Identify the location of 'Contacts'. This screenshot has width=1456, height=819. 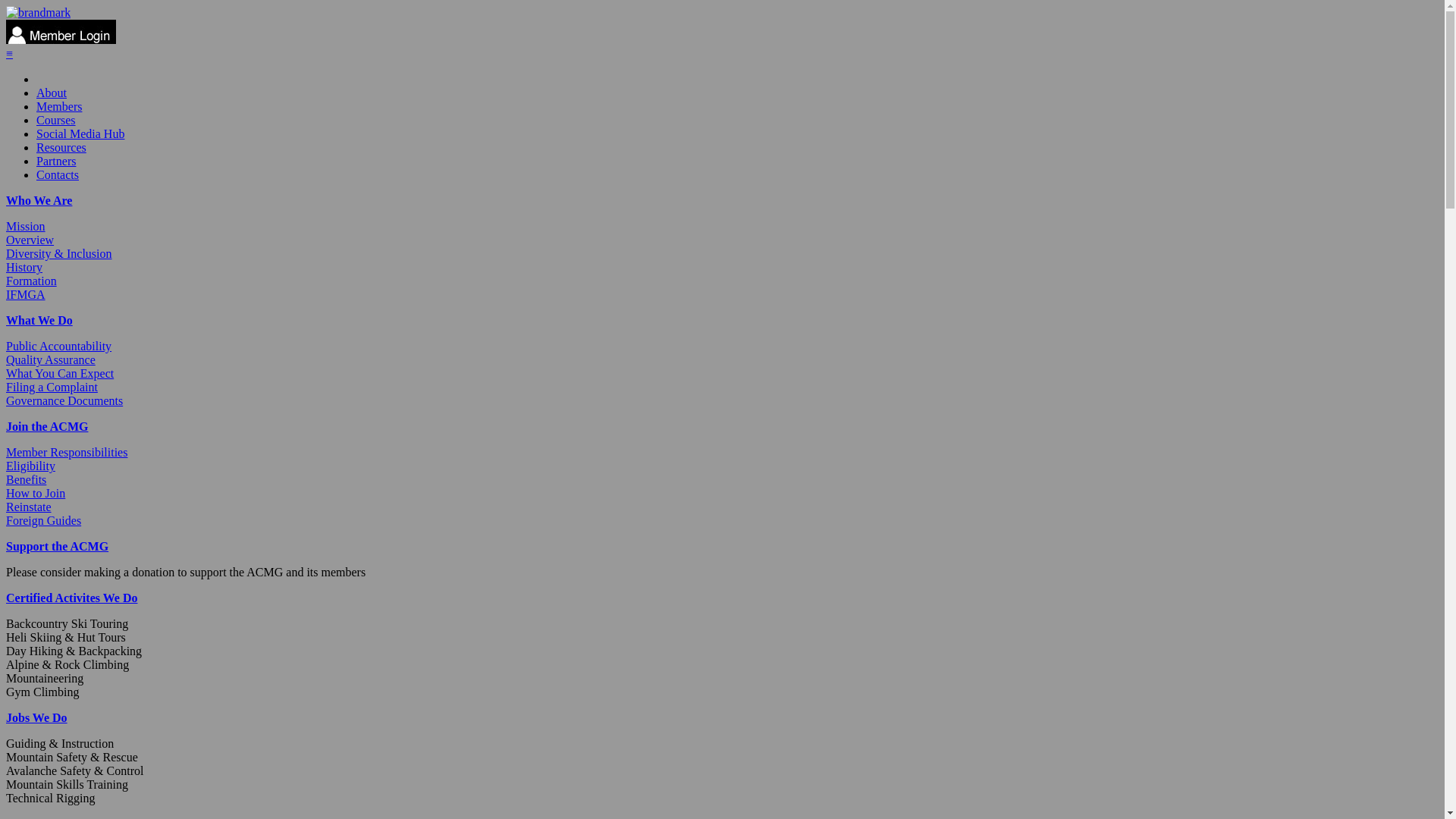
(36, 174).